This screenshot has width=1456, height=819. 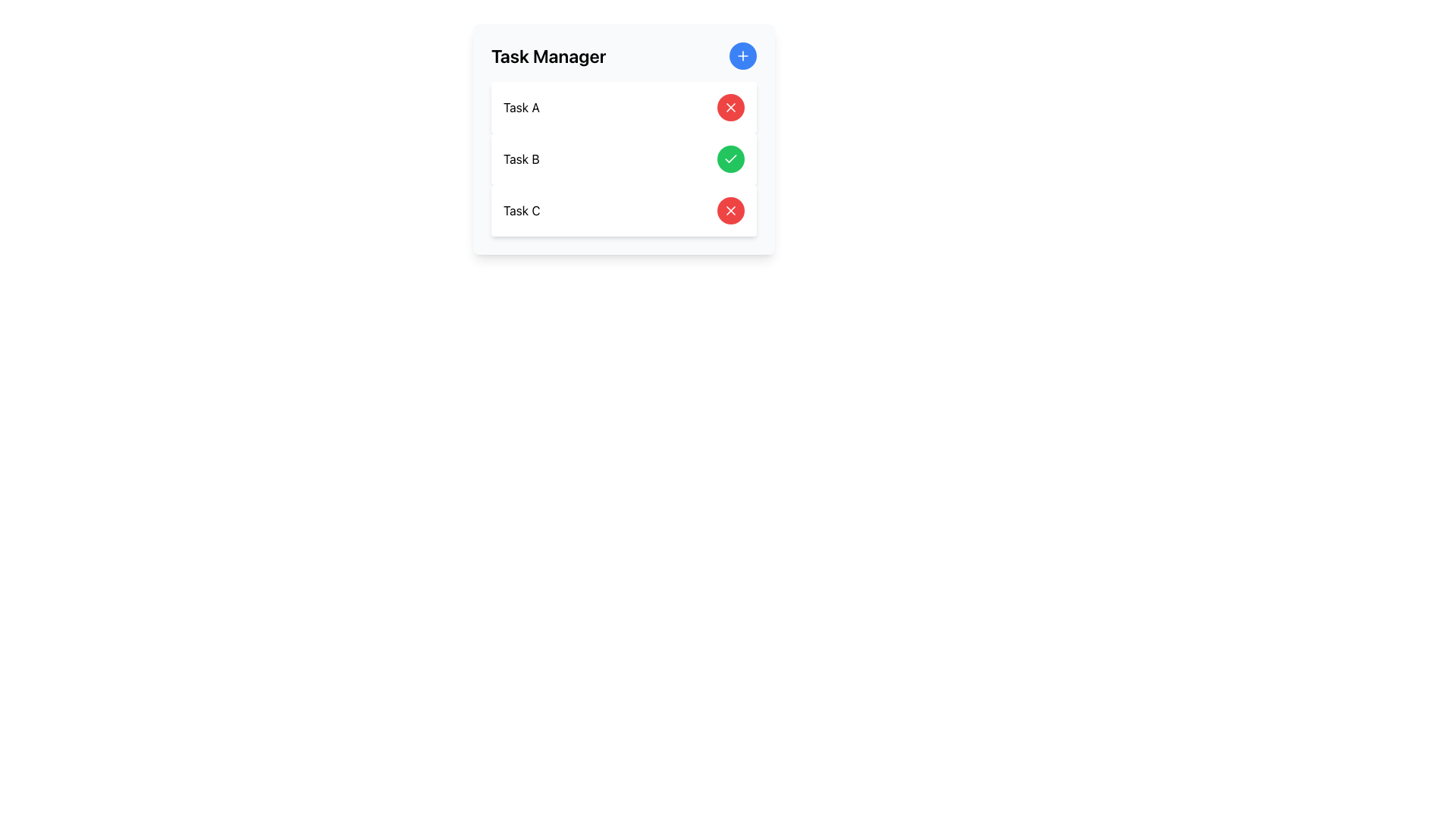 What do you see at coordinates (731, 158) in the screenshot?
I see `the checkmark button located to the right of the 'Task B' label to mark the task as complete` at bounding box center [731, 158].